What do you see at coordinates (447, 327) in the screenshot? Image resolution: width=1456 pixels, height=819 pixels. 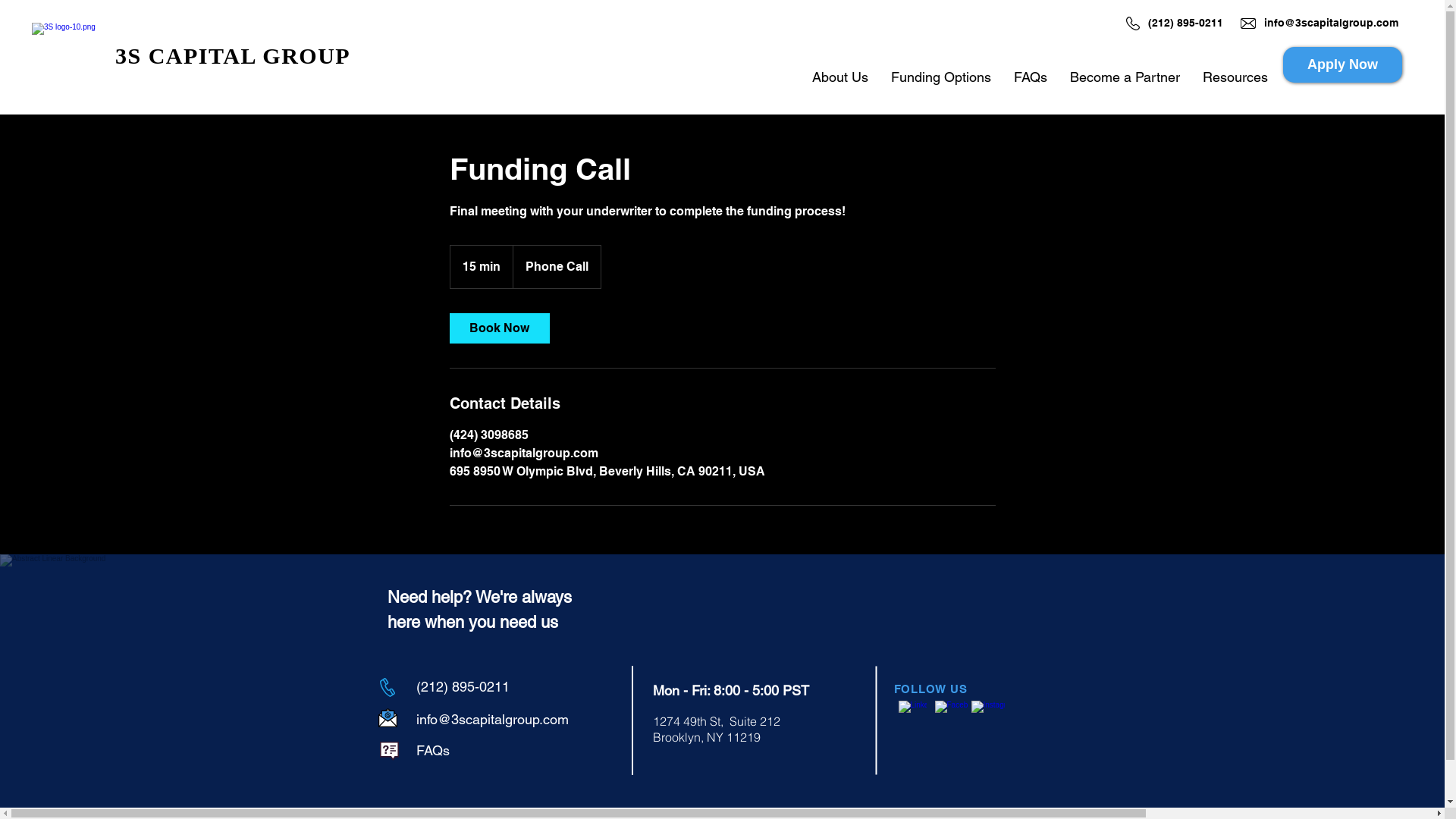 I see `'Book Now'` at bounding box center [447, 327].